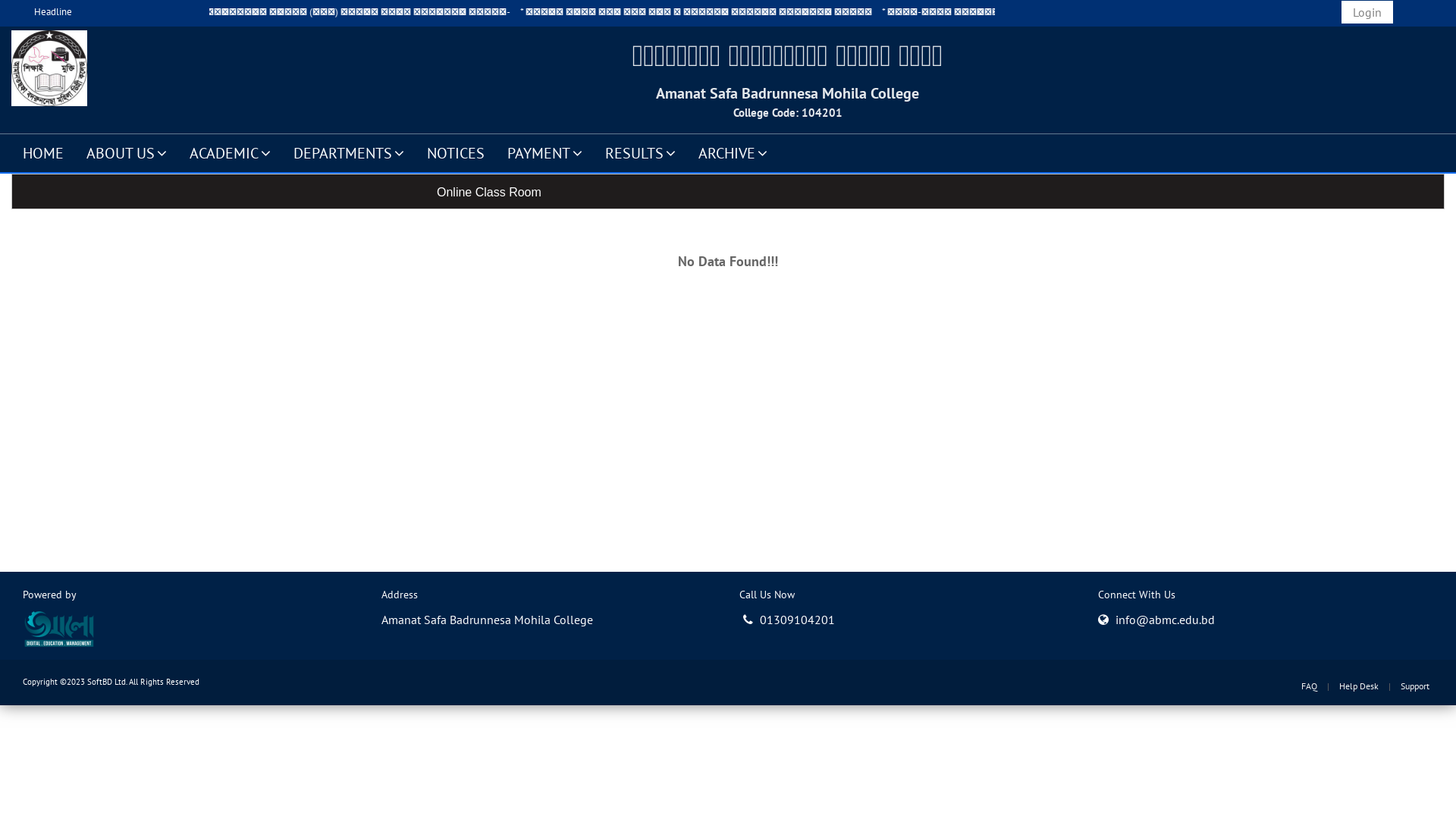  Describe the element at coordinates (1358, 685) in the screenshot. I see `'Help Desk'` at that location.